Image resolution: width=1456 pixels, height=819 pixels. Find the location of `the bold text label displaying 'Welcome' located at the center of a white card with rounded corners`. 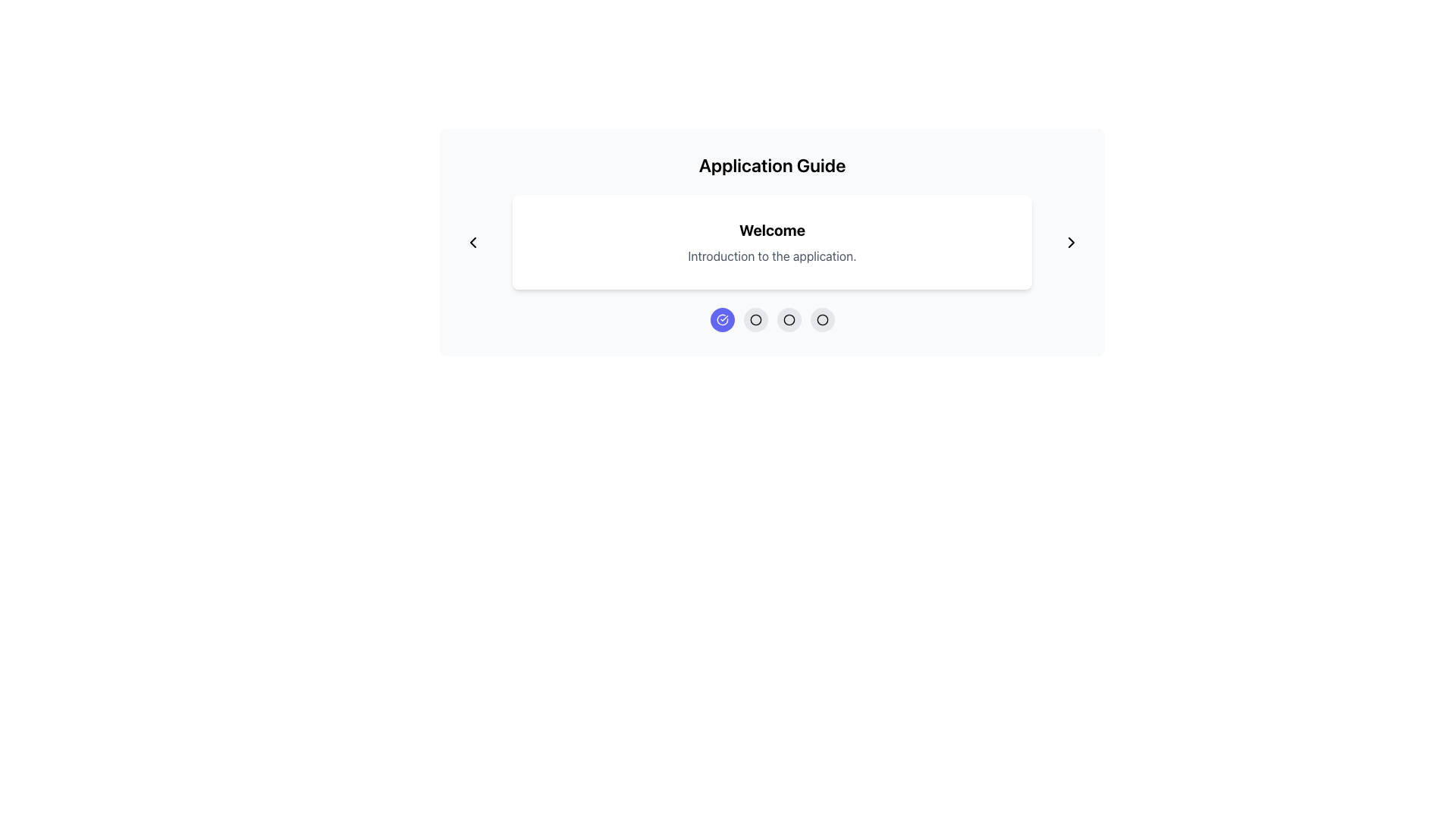

the bold text label displaying 'Welcome' located at the center of a white card with rounded corners is located at coordinates (772, 231).